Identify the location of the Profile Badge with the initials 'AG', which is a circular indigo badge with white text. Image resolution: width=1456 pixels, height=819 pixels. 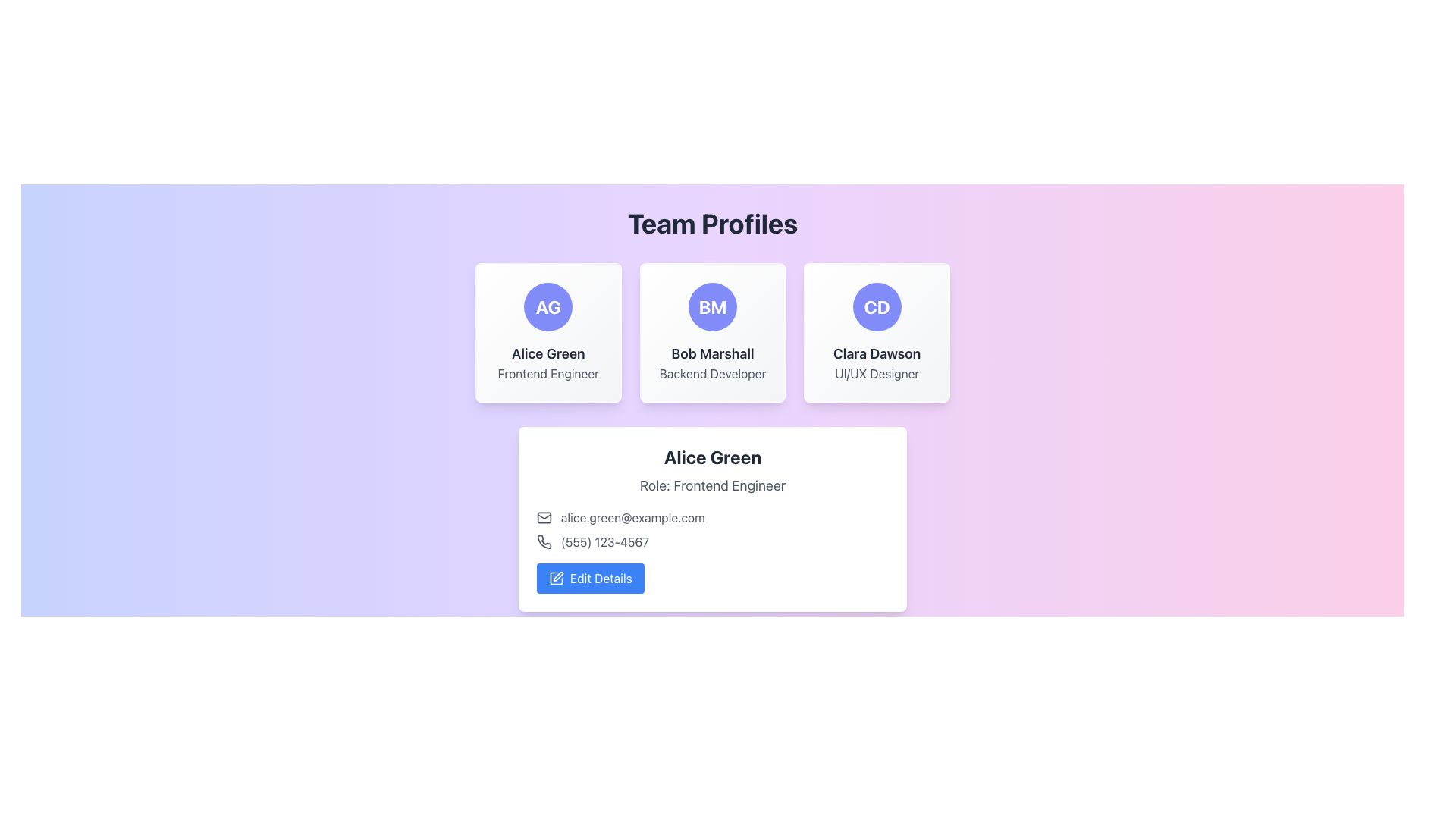
(548, 307).